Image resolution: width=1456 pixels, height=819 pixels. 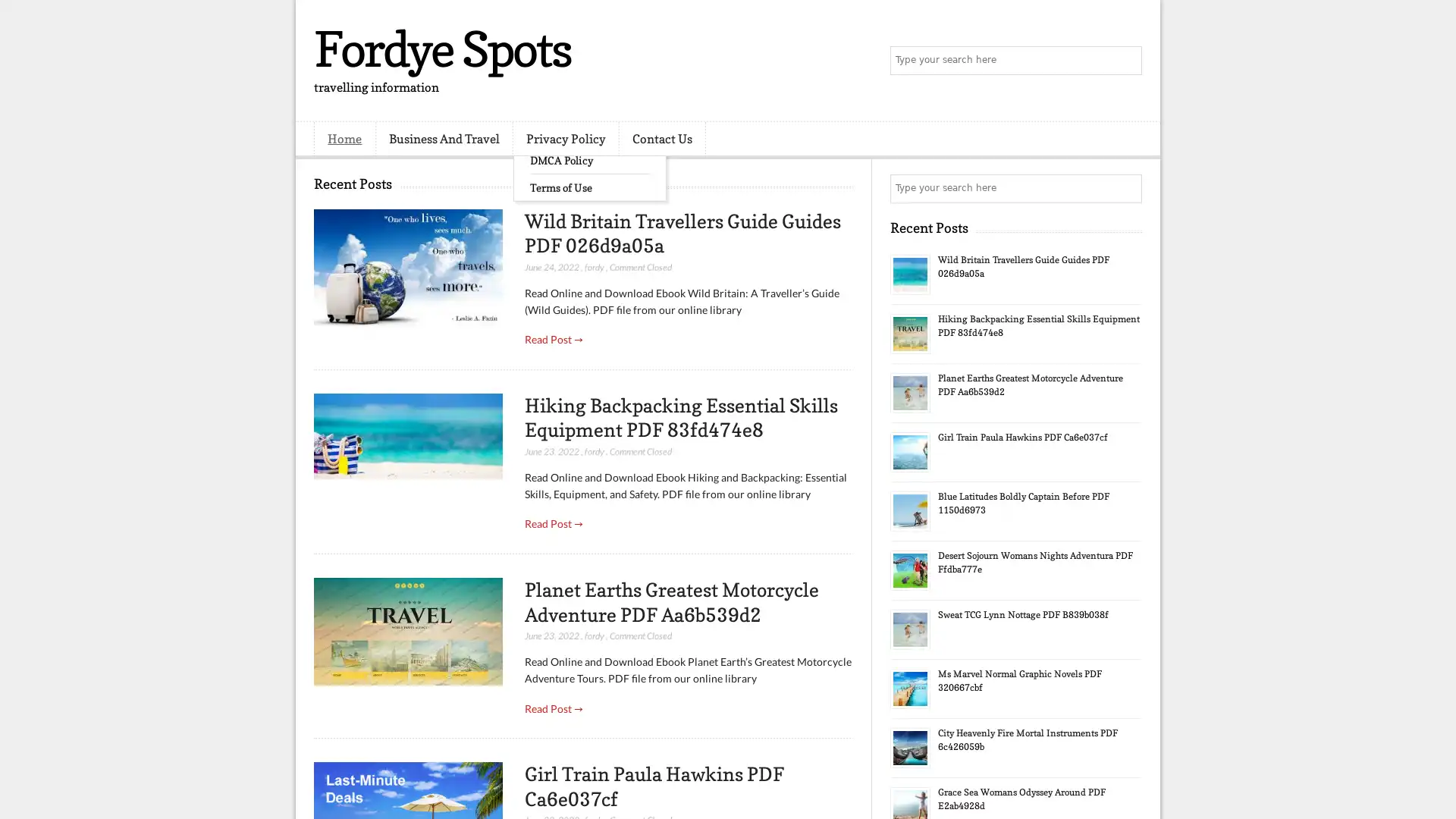 I want to click on Search, so click(x=1126, y=61).